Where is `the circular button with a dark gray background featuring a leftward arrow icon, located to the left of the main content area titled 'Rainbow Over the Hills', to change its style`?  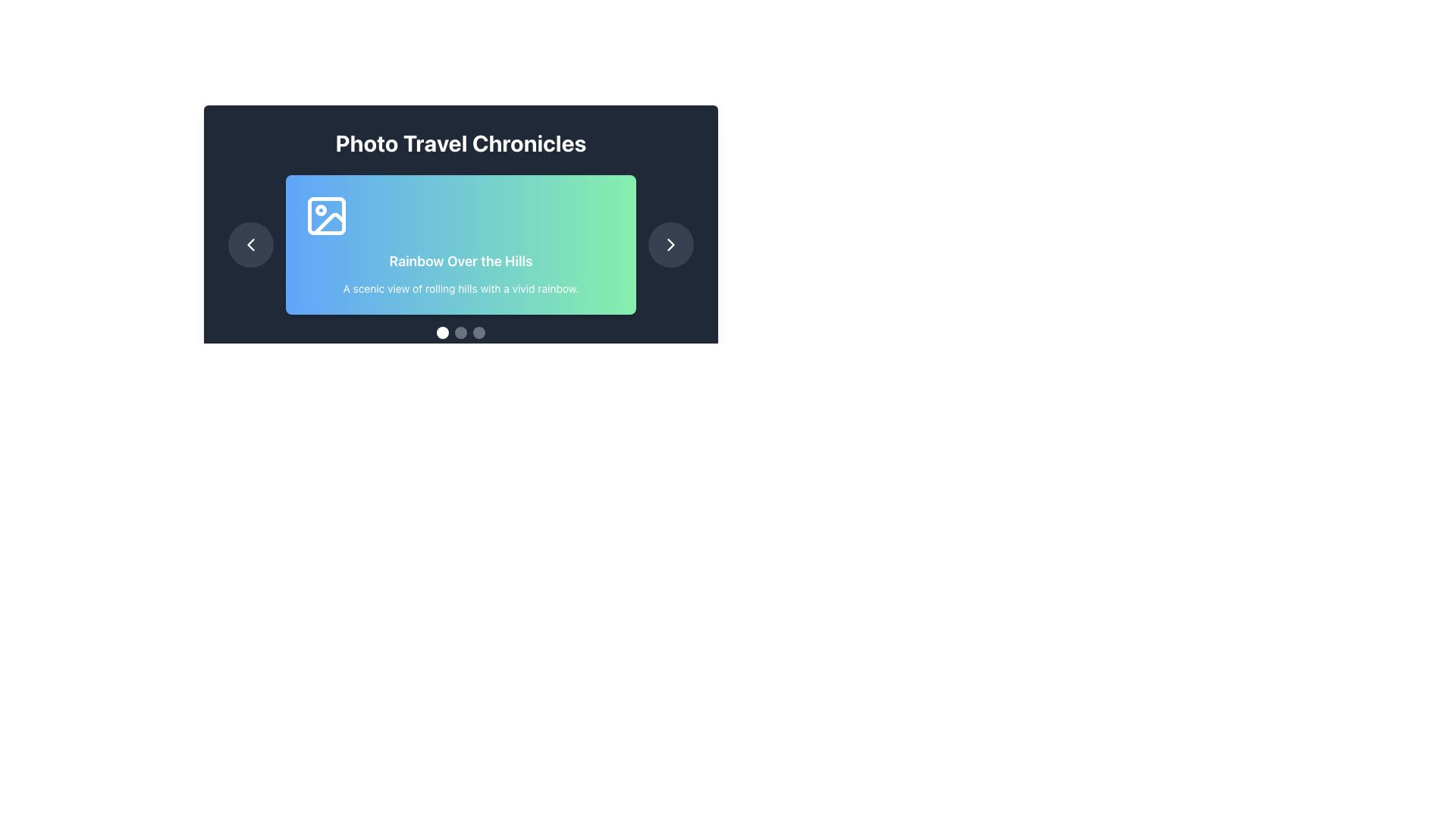 the circular button with a dark gray background featuring a leftward arrow icon, located to the left of the main content area titled 'Rainbow Over the Hills', to change its style is located at coordinates (251, 244).